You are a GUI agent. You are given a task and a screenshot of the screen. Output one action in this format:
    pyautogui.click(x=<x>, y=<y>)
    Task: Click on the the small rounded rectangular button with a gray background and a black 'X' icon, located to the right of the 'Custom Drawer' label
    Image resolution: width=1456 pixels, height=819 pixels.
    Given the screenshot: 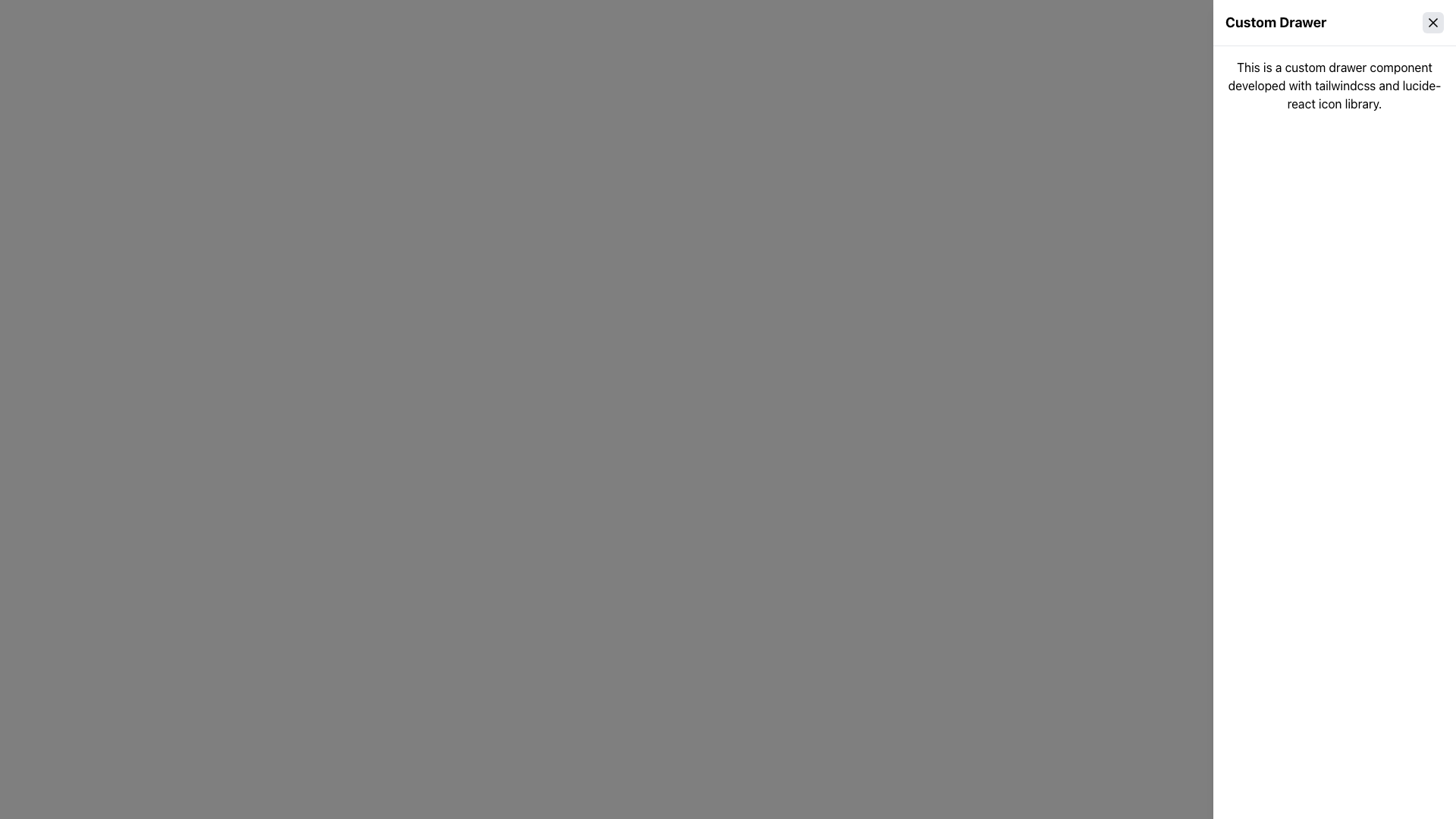 What is the action you would take?
    pyautogui.click(x=1432, y=23)
    